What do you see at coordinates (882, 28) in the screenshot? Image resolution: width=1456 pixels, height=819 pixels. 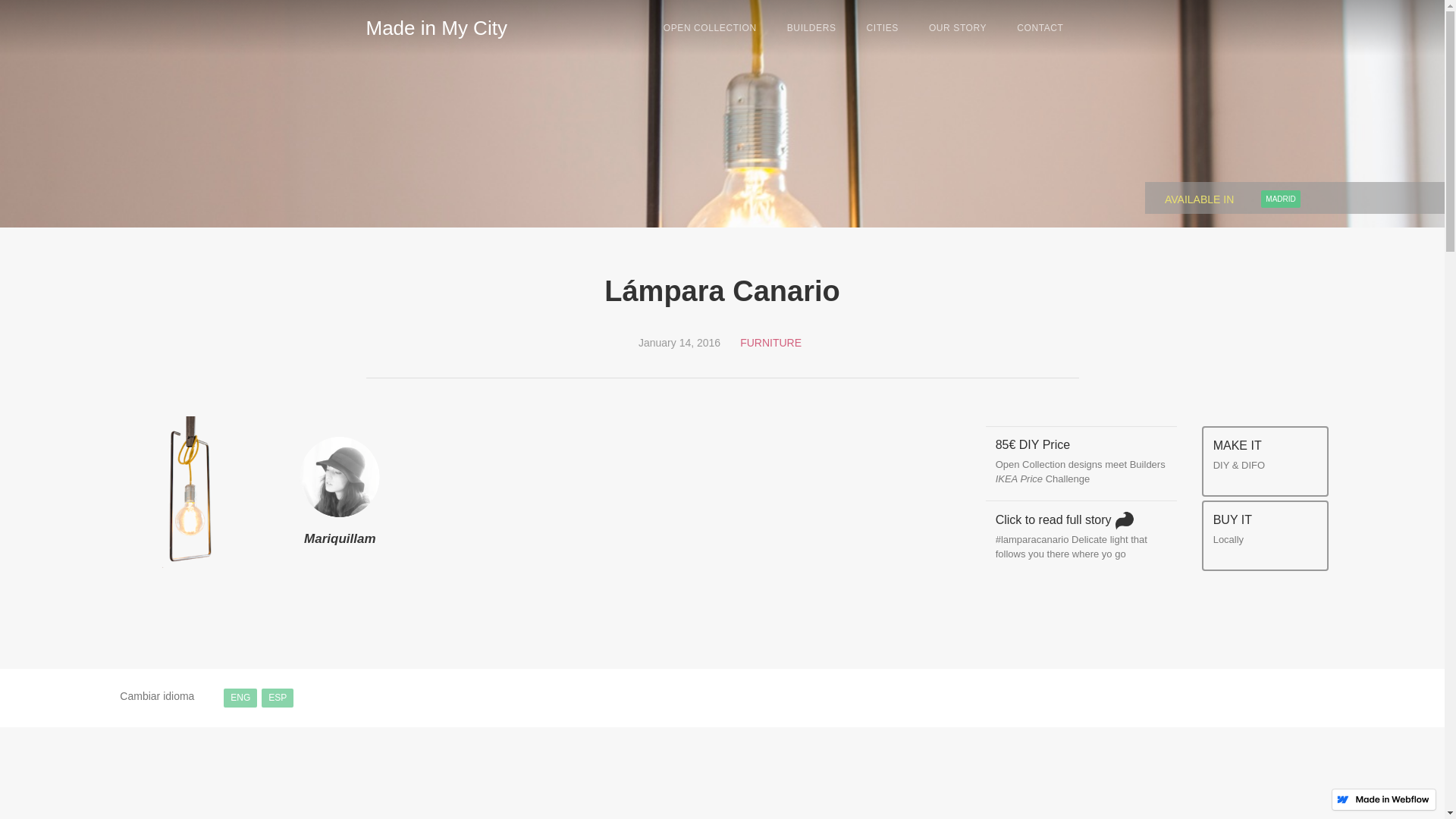 I see `'CITIES'` at bounding box center [882, 28].